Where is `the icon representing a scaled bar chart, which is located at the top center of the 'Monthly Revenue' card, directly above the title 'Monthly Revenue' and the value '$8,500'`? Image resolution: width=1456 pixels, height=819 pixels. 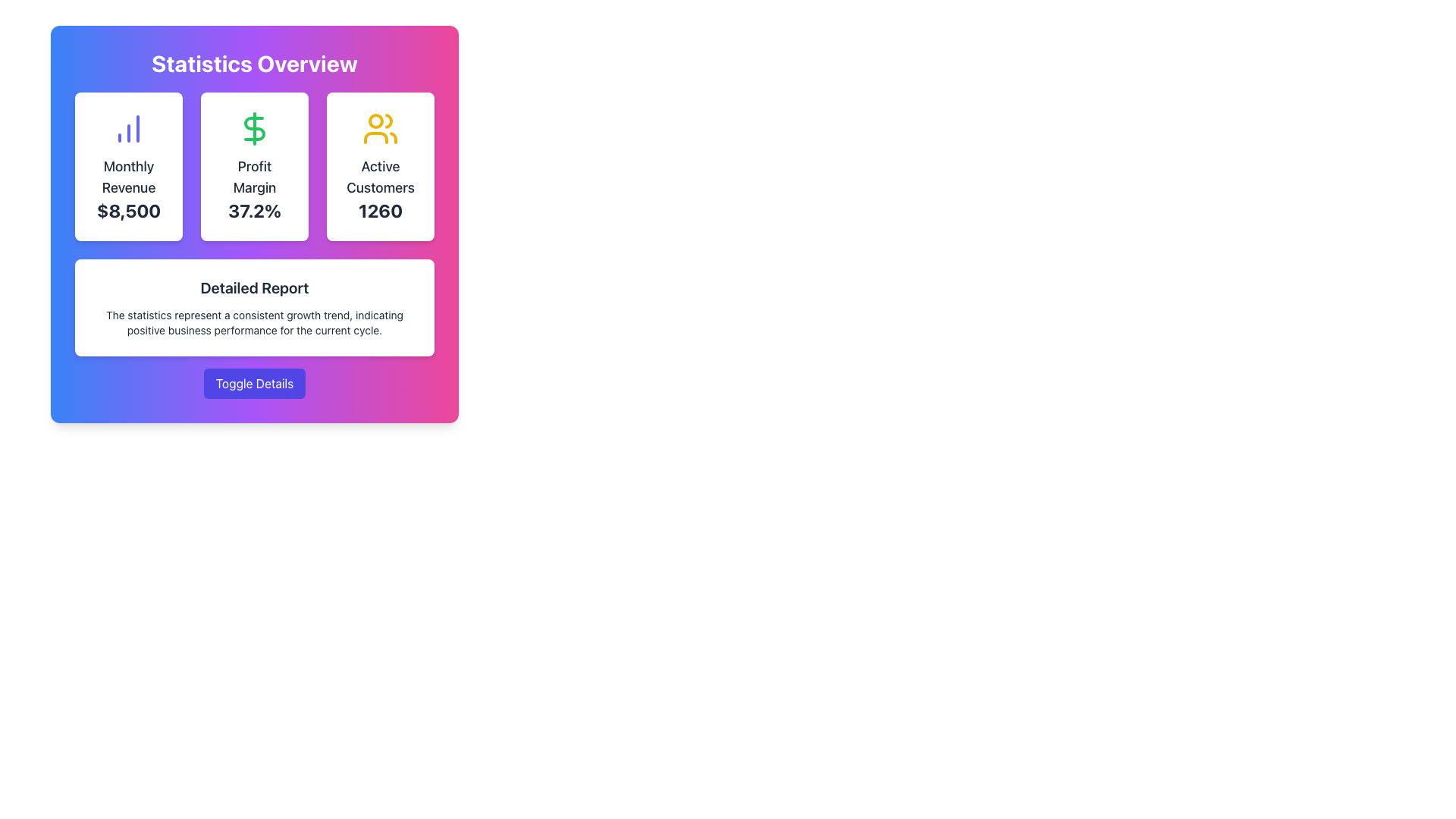
the icon representing a scaled bar chart, which is located at the top center of the 'Monthly Revenue' card, directly above the title 'Monthly Revenue' and the value '$8,500' is located at coordinates (128, 127).